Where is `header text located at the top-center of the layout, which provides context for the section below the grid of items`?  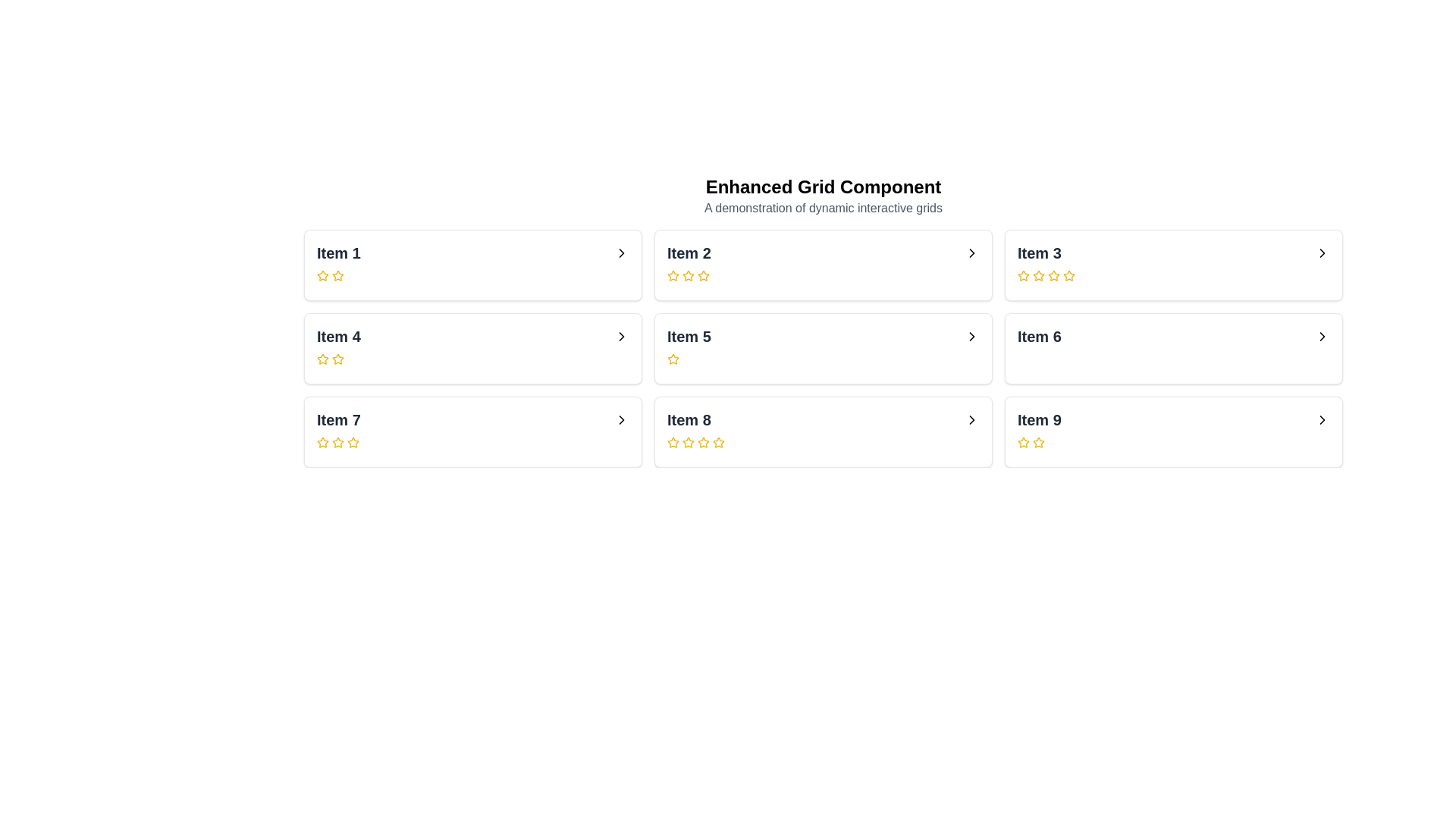
header text located at the top-center of the layout, which provides context for the section below the grid of items is located at coordinates (822, 195).